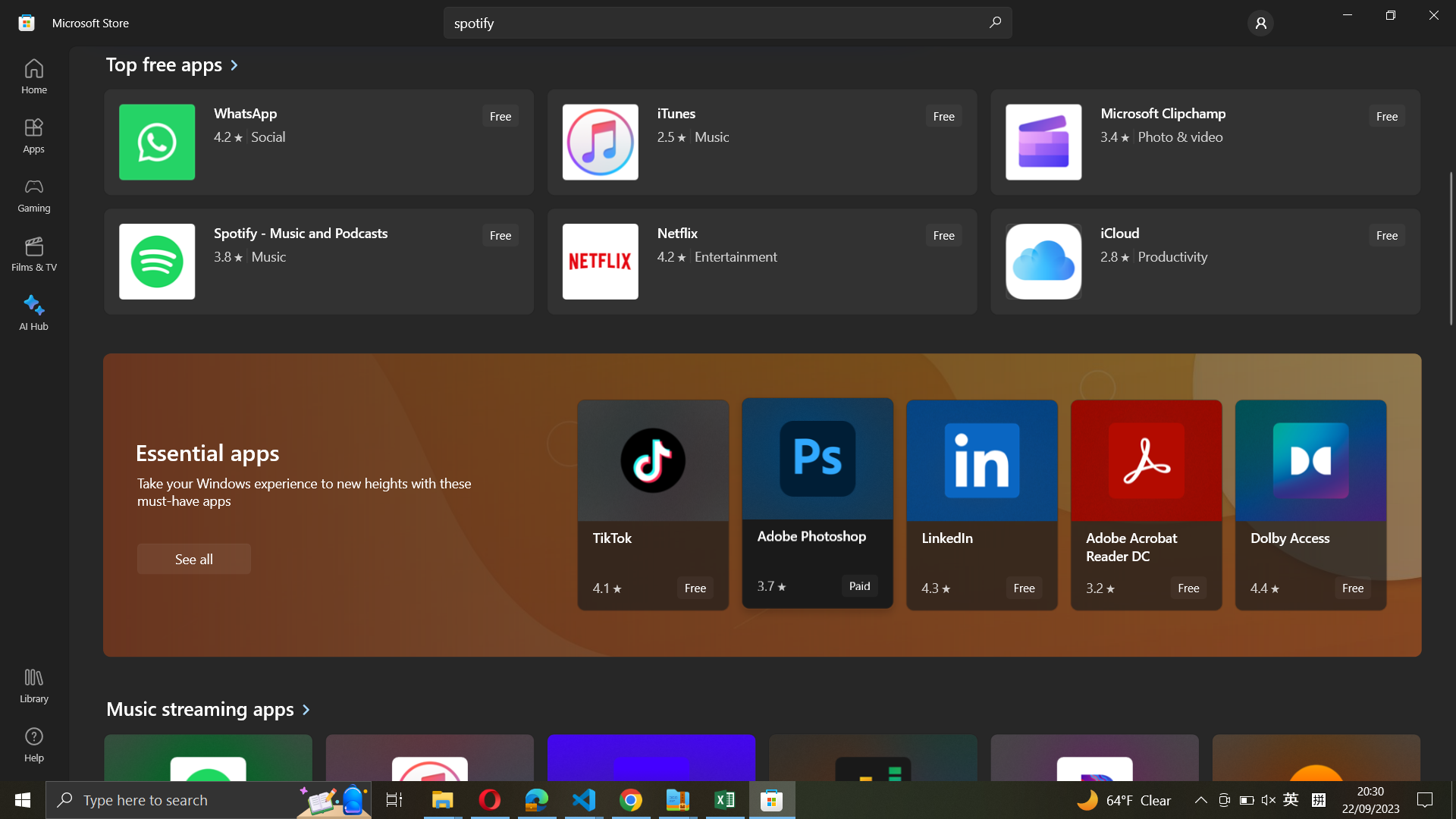  I want to click on Run LinkedIn application, so click(982, 506).